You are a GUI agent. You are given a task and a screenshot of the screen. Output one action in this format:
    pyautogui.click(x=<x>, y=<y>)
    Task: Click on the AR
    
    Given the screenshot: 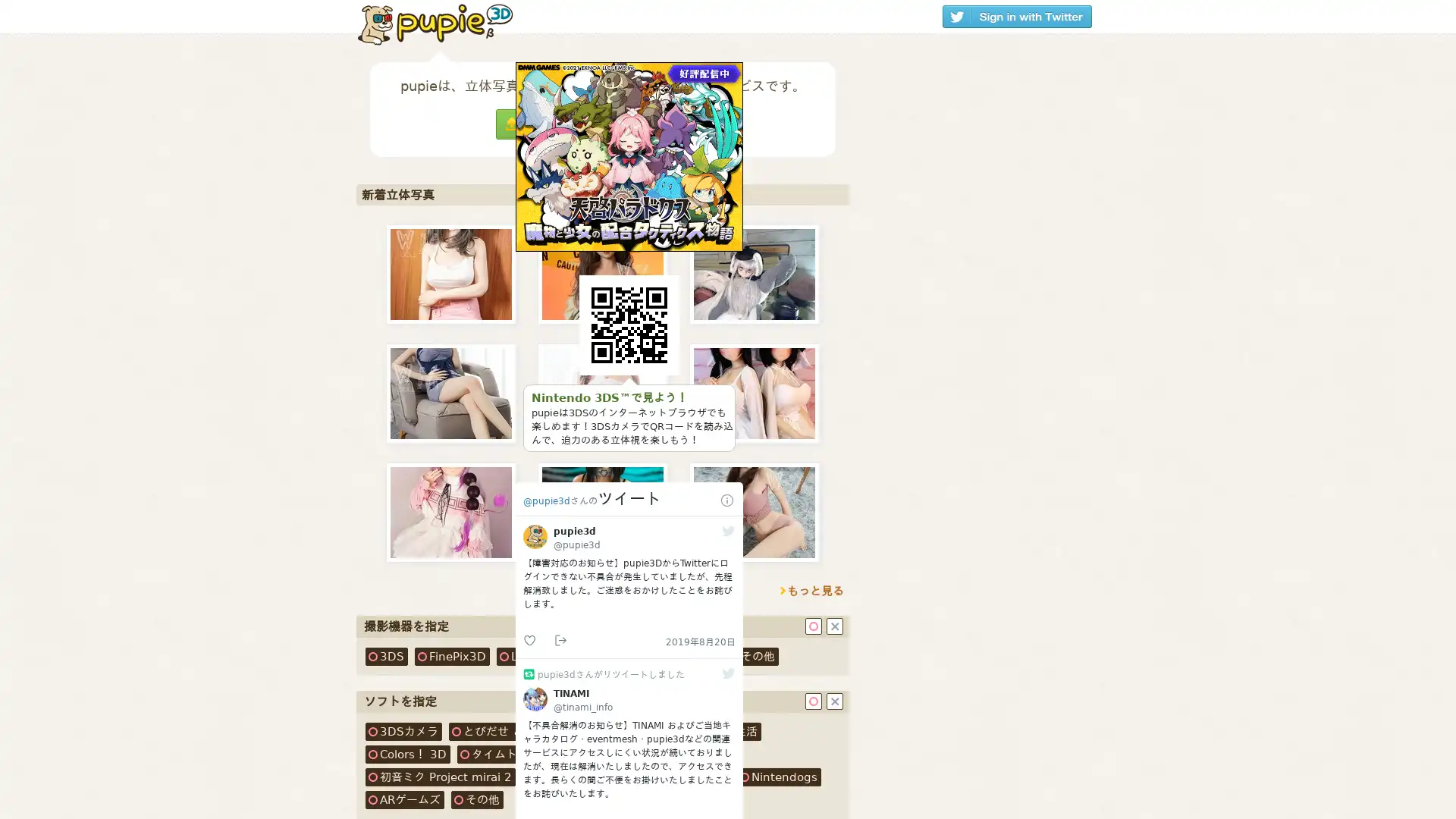 What is the action you would take?
    pyautogui.click(x=404, y=799)
    